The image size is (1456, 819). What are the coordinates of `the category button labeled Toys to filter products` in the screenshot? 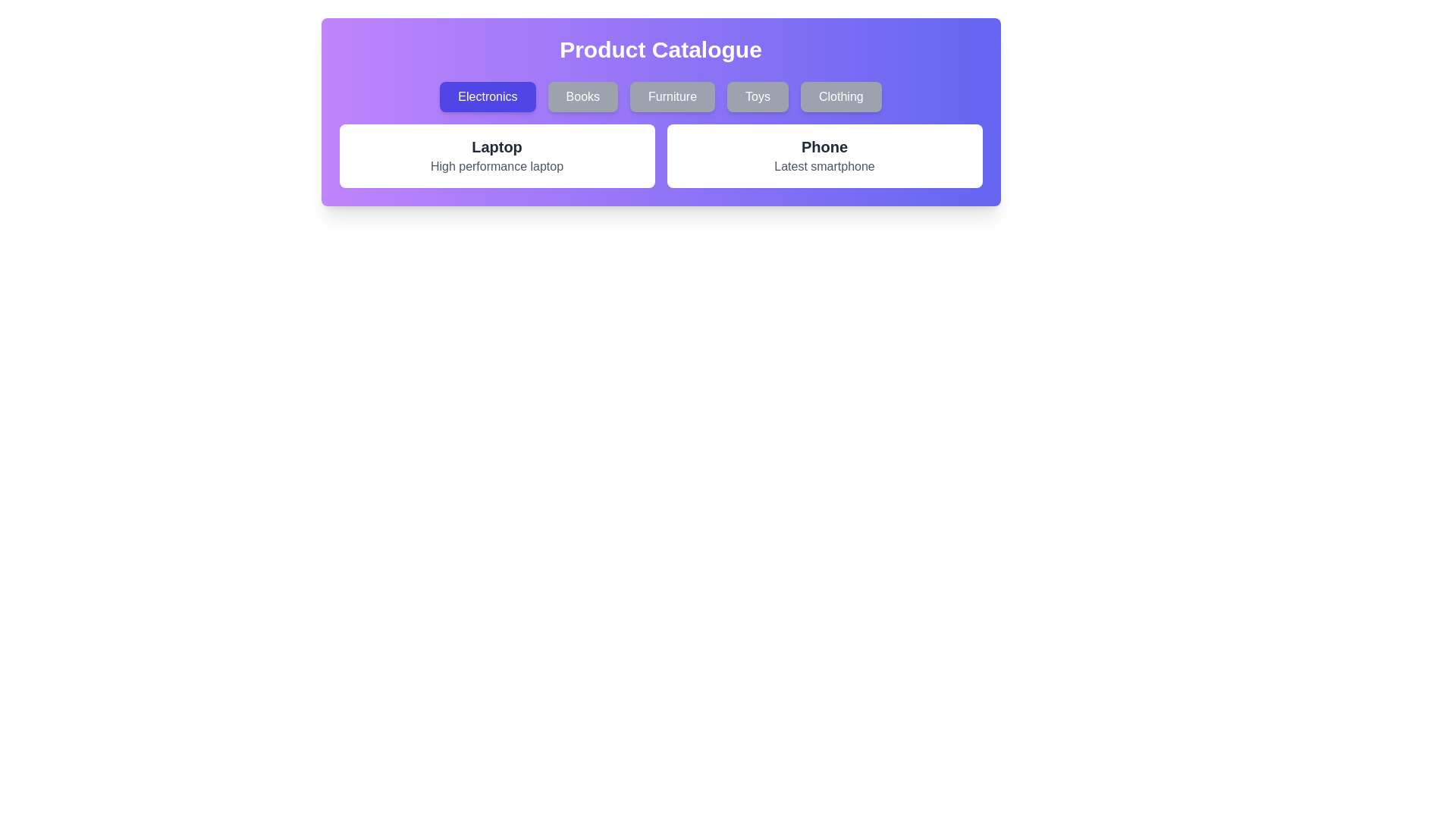 It's located at (758, 96).